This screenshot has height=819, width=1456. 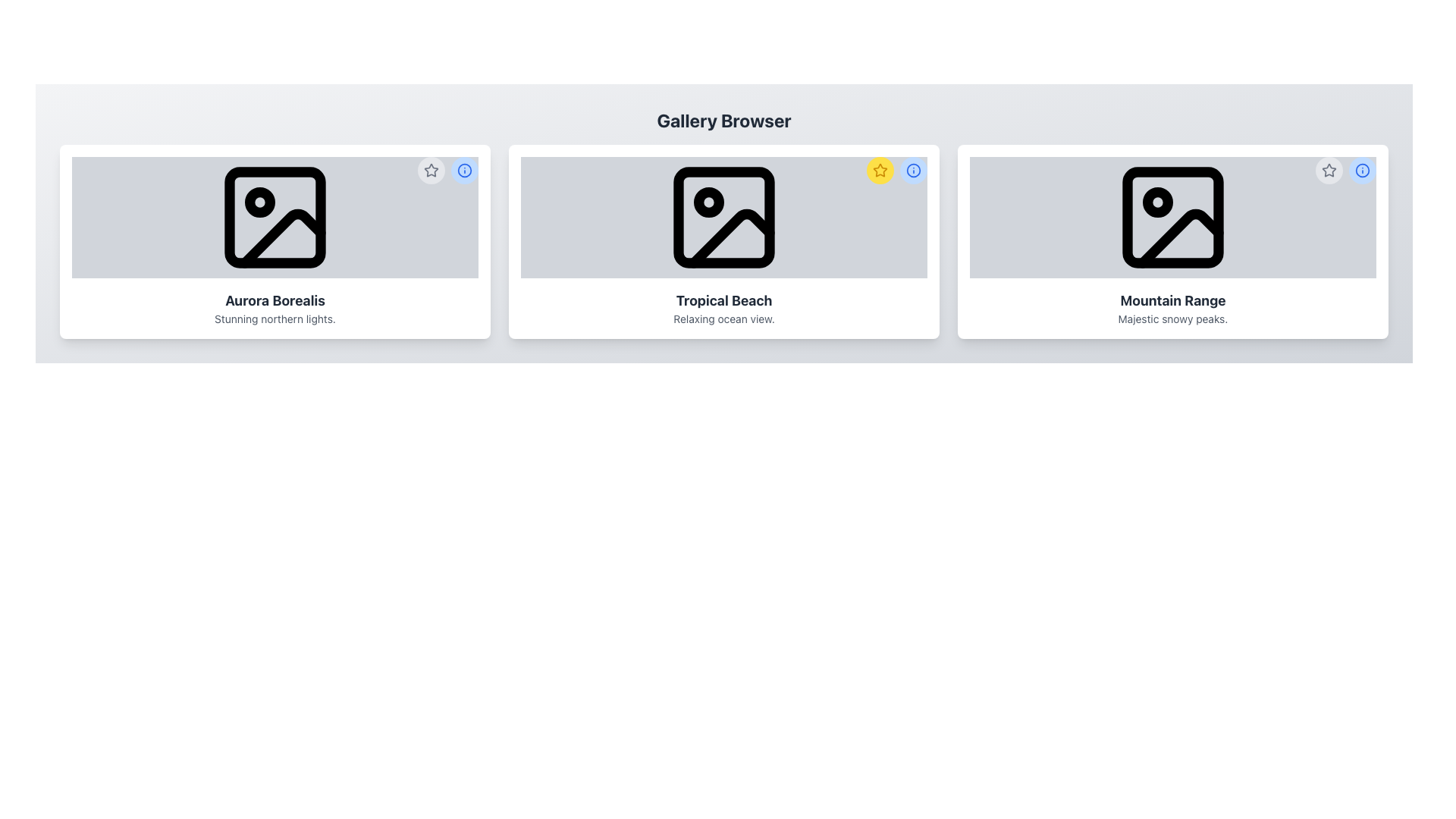 I want to click on descriptive text label located below the title text 'Aurora Borealis' in the first card of the gallery item, so click(x=275, y=318).